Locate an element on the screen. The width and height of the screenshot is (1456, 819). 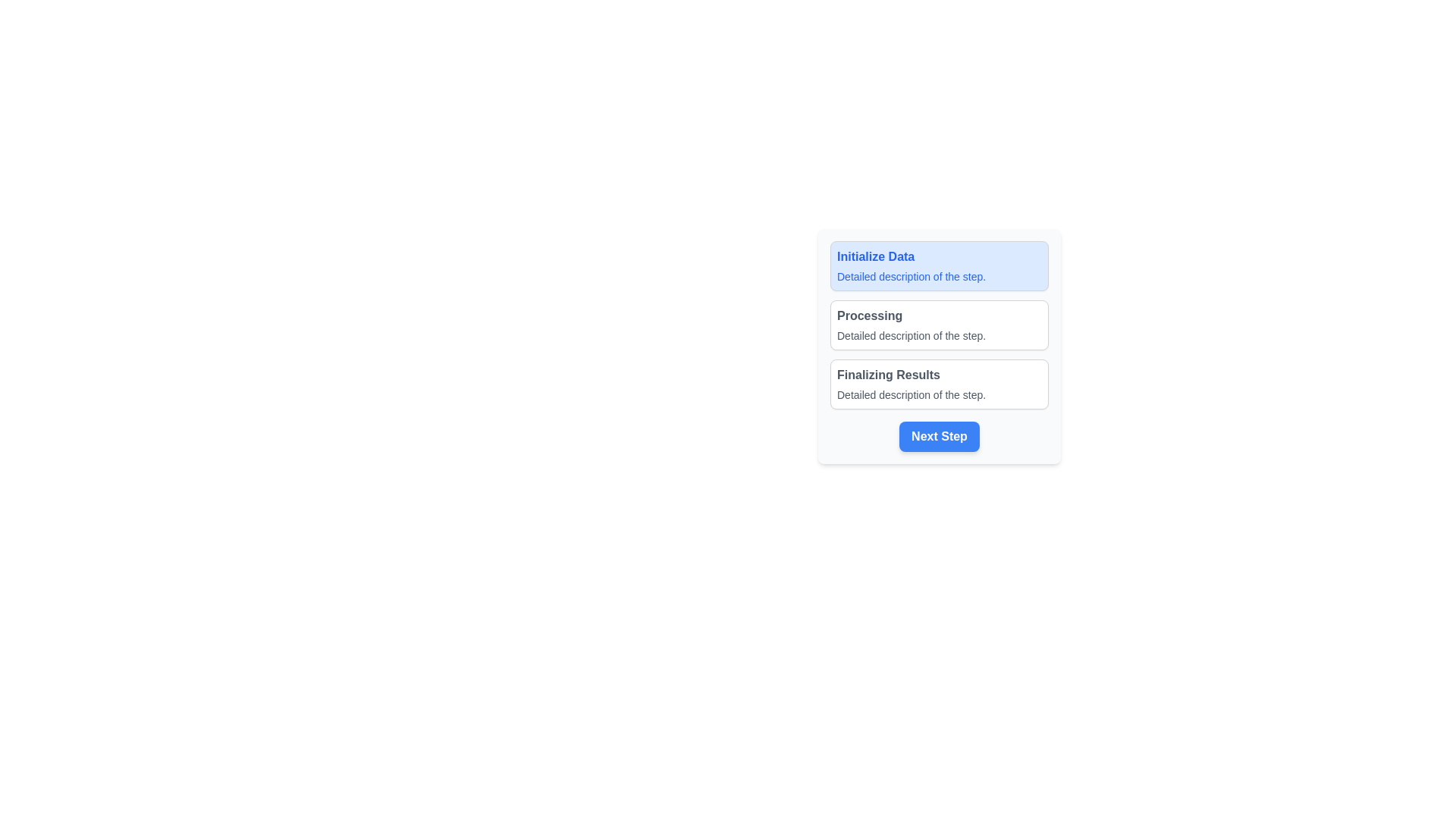
the 'Next Step' button located at the bottom of the step list interface is located at coordinates (938, 436).